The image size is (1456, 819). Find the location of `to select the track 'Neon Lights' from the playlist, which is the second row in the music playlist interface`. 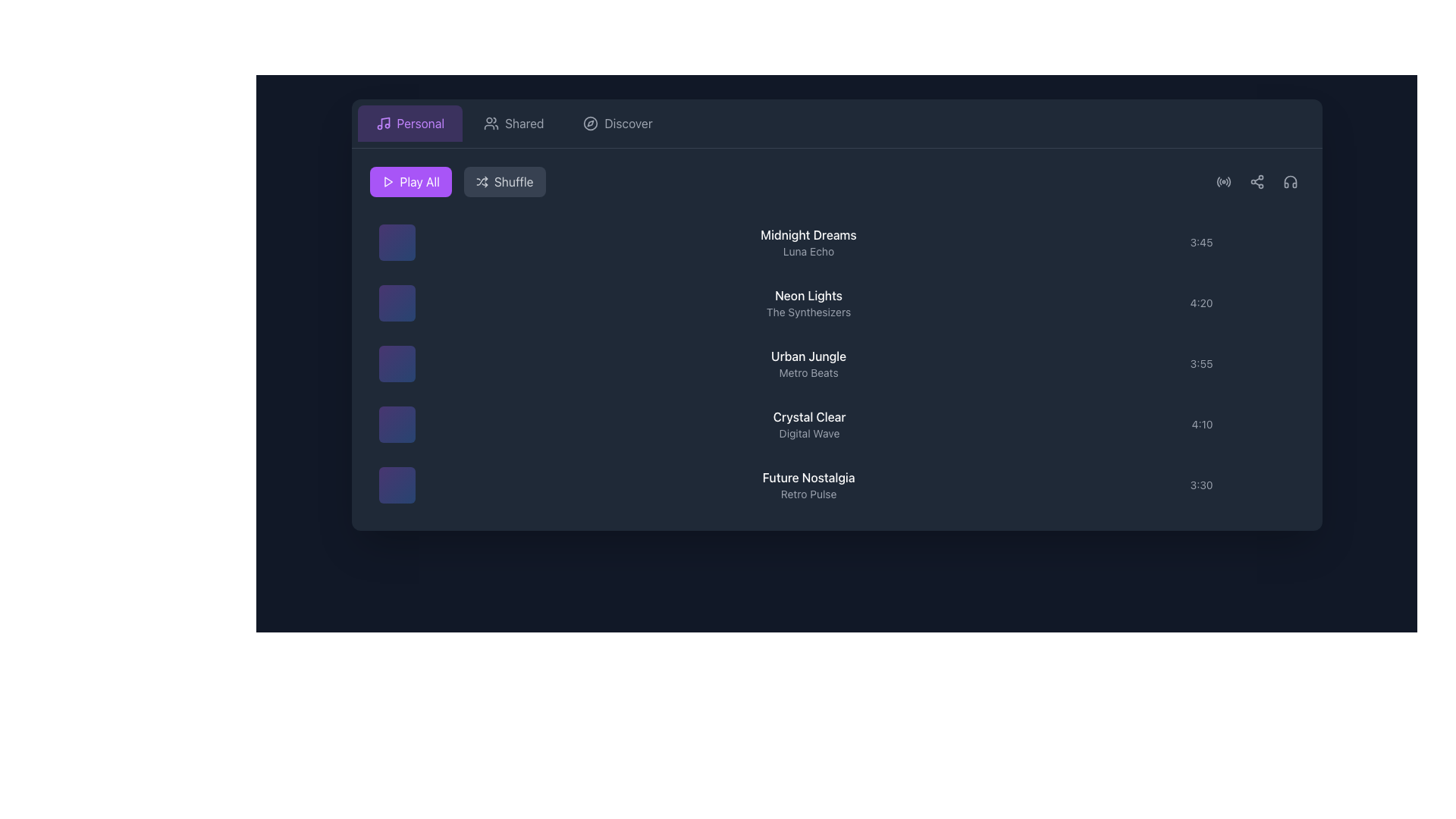

to select the track 'Neon Lights' from the playlist, which is the second row in the music playlist interface is located at coordinates (836, 303).